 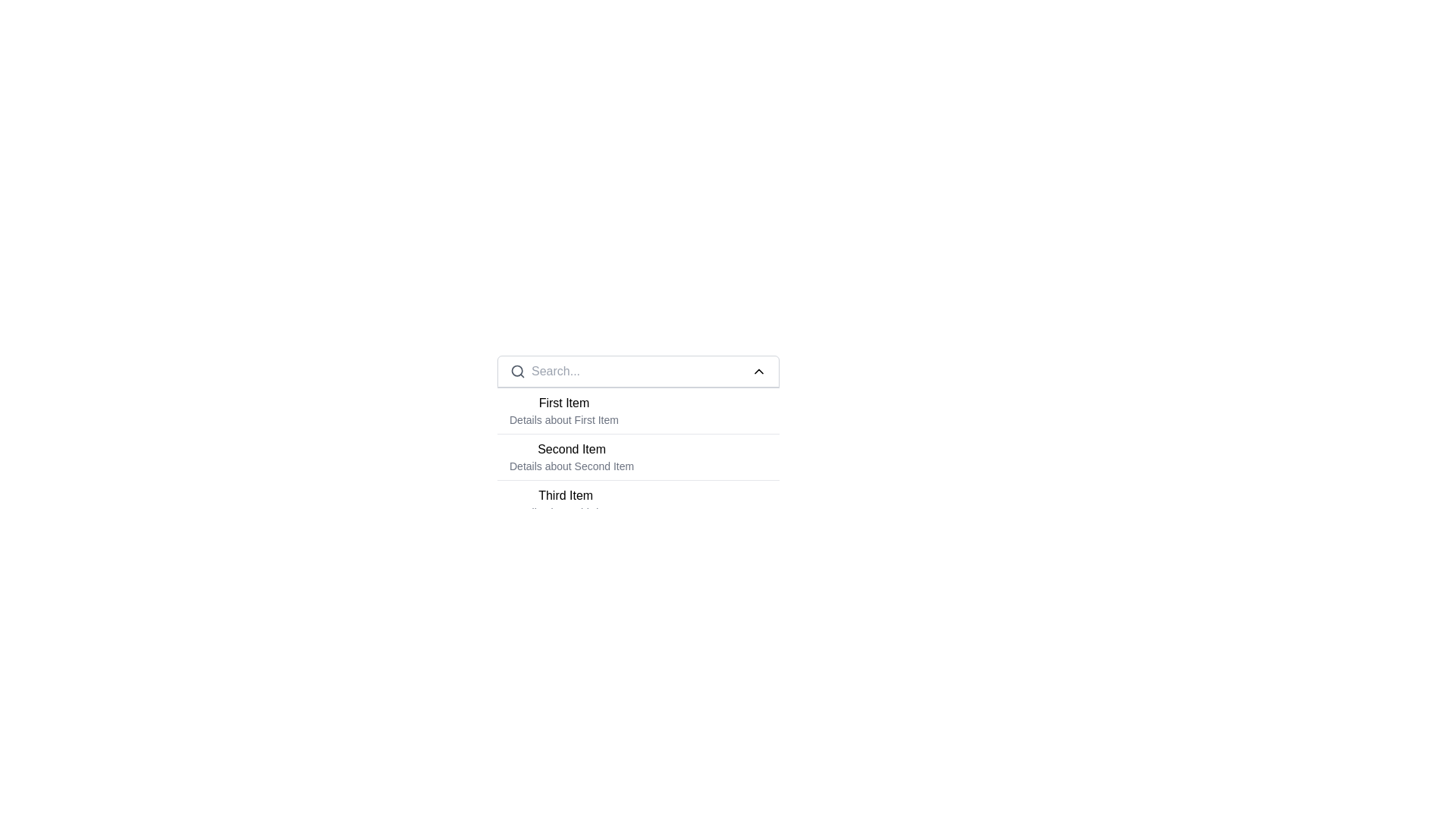 I want to click on the List item displaying 'Second Item' and 'Details about Second Item', which is the second item in a vertically arranged list, so click(x=638, y=456).